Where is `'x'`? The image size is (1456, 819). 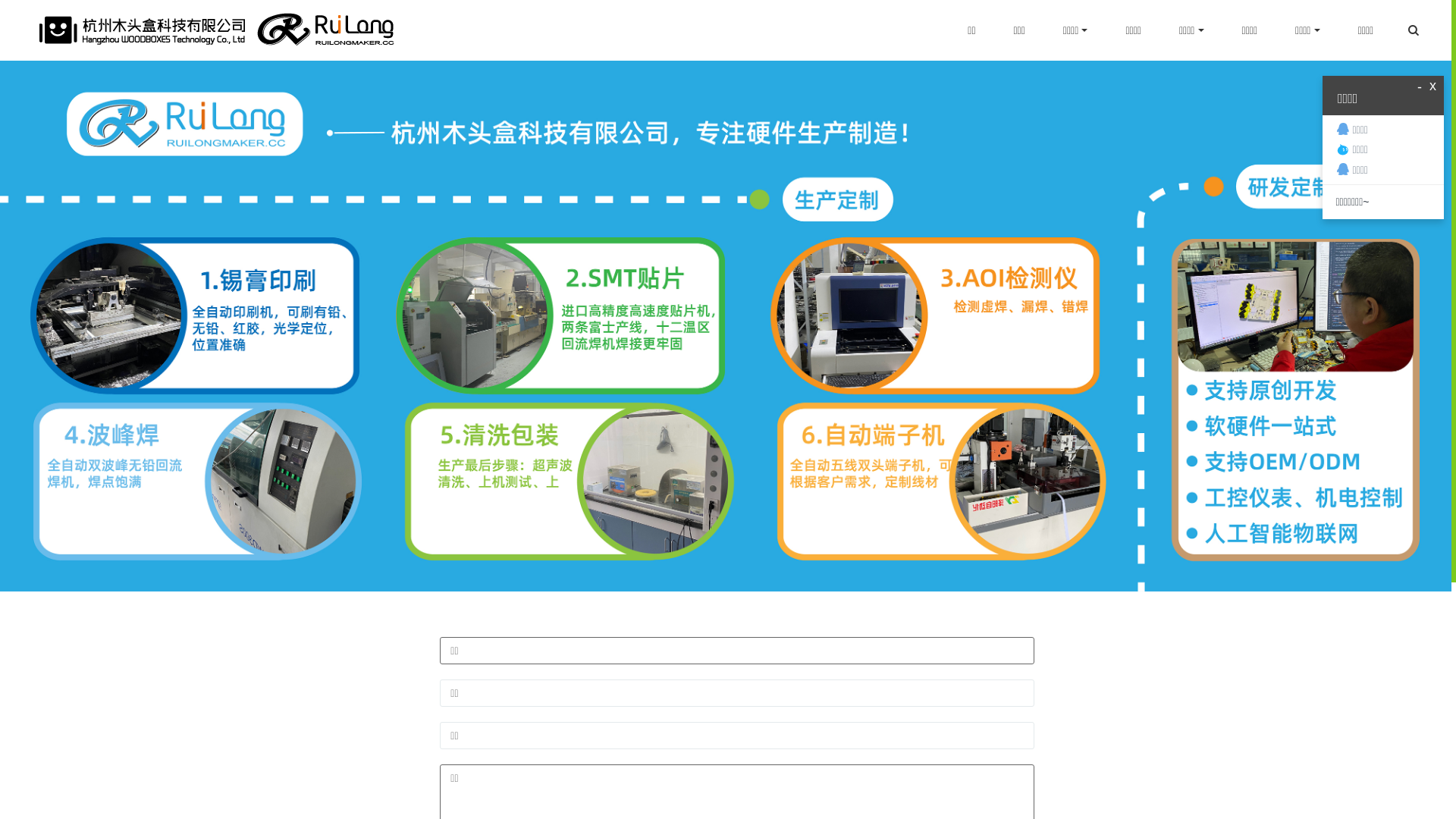 'x' is located at coordinates (1432, 86).